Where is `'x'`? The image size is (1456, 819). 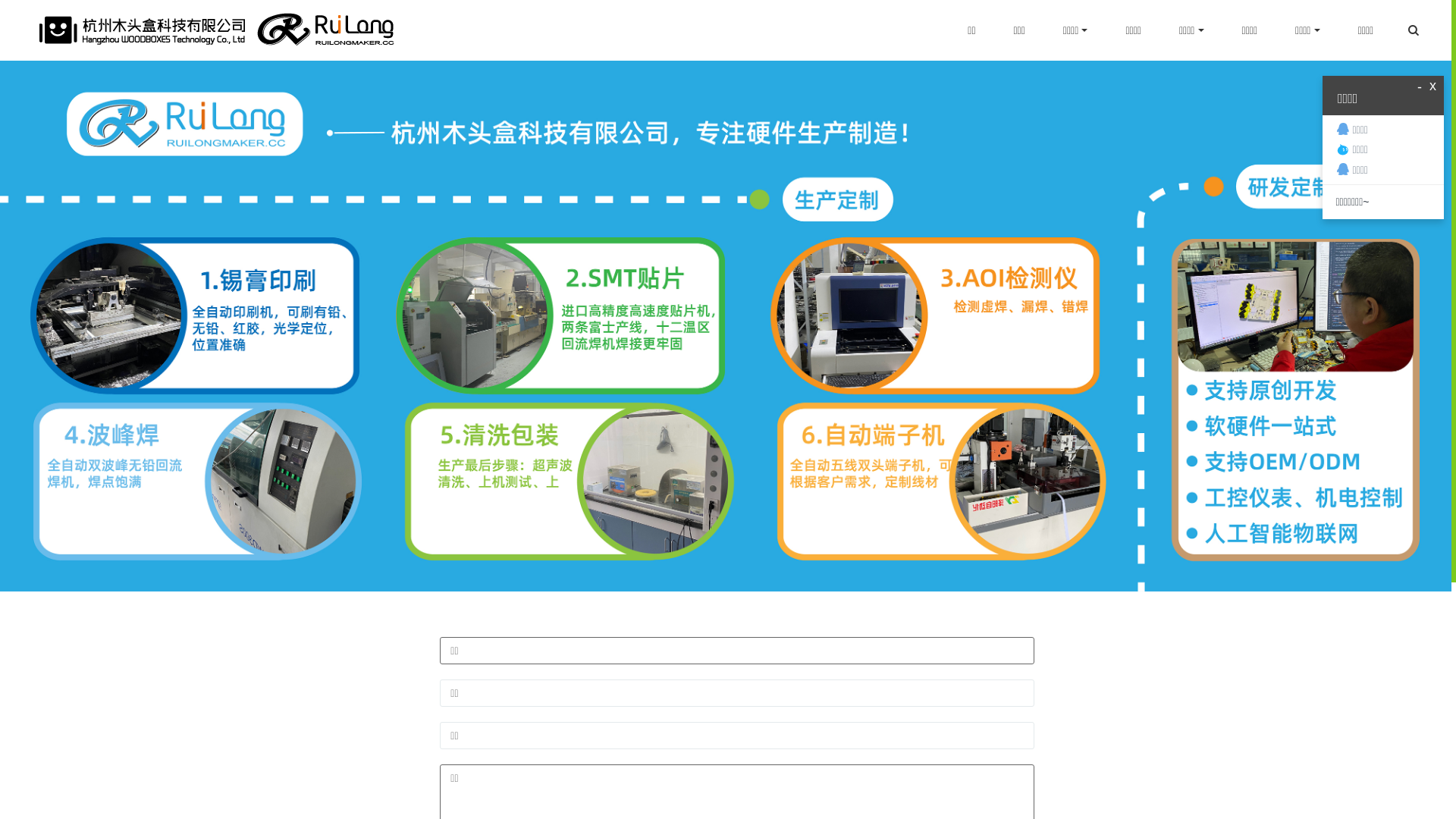 'x' is located at coordinates (1432, 86).